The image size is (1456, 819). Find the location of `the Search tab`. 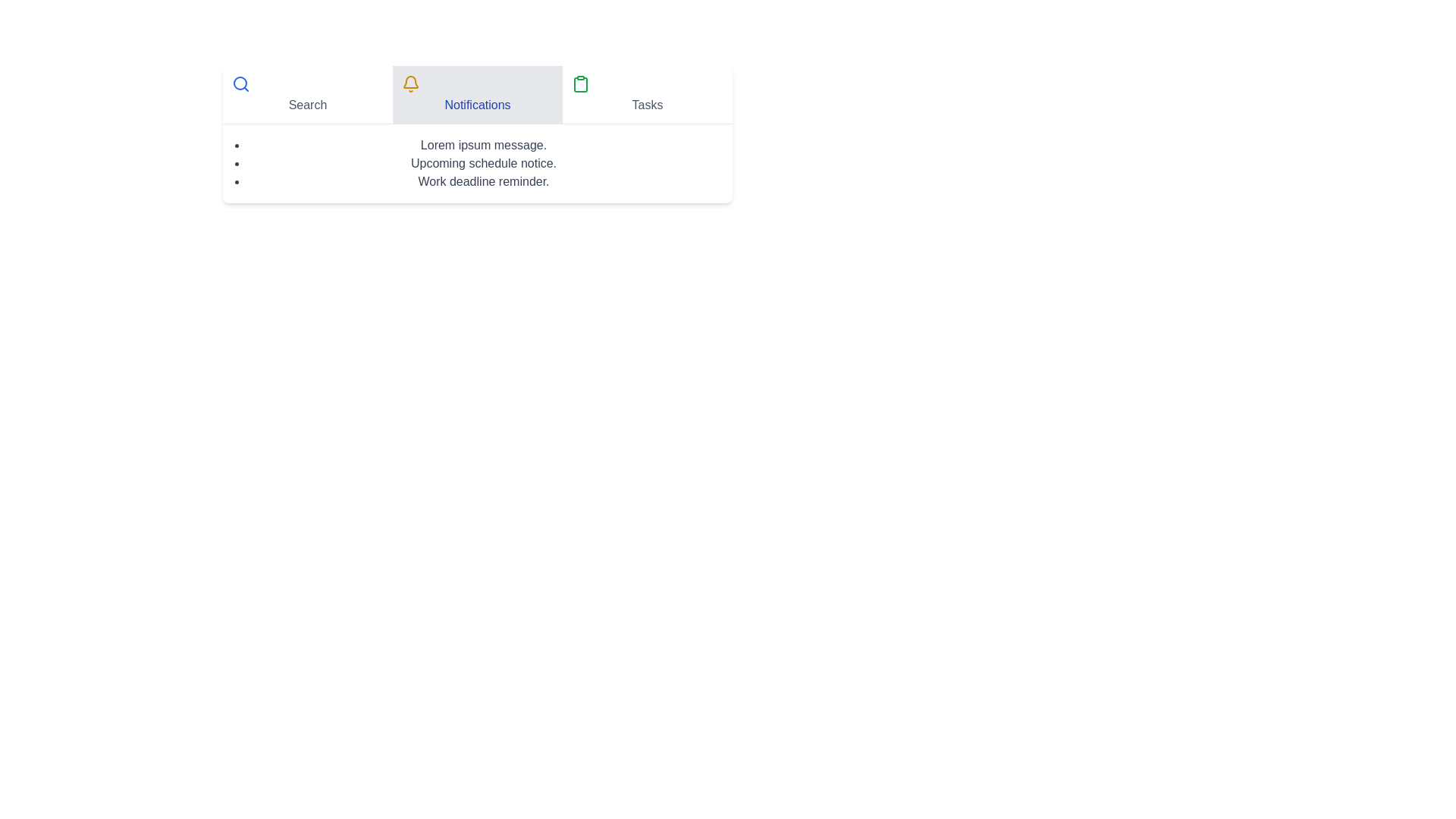

the Search tab is located at coordinates (307, 94).